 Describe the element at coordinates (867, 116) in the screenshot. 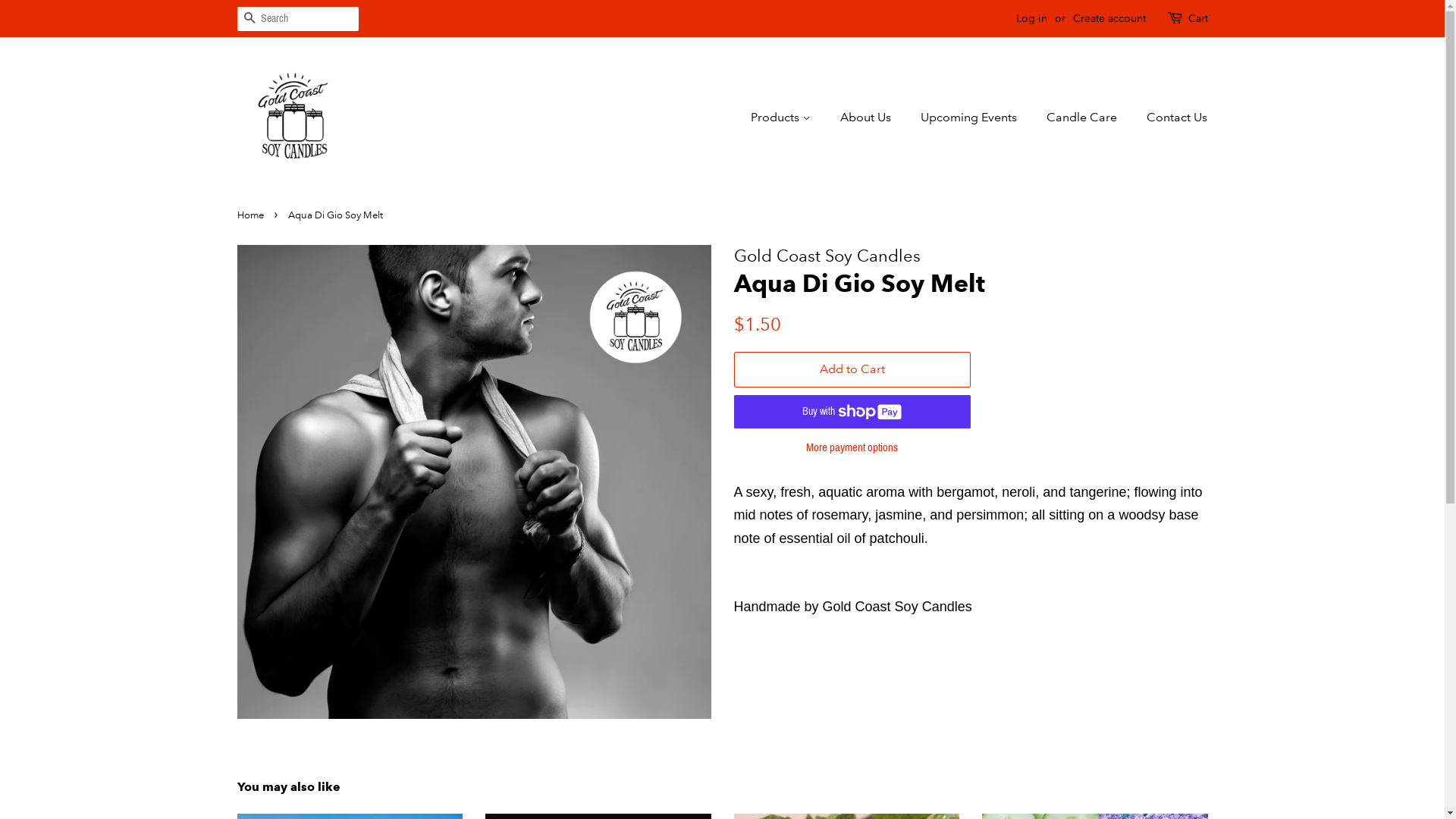

I see `'About Us'` at that location.